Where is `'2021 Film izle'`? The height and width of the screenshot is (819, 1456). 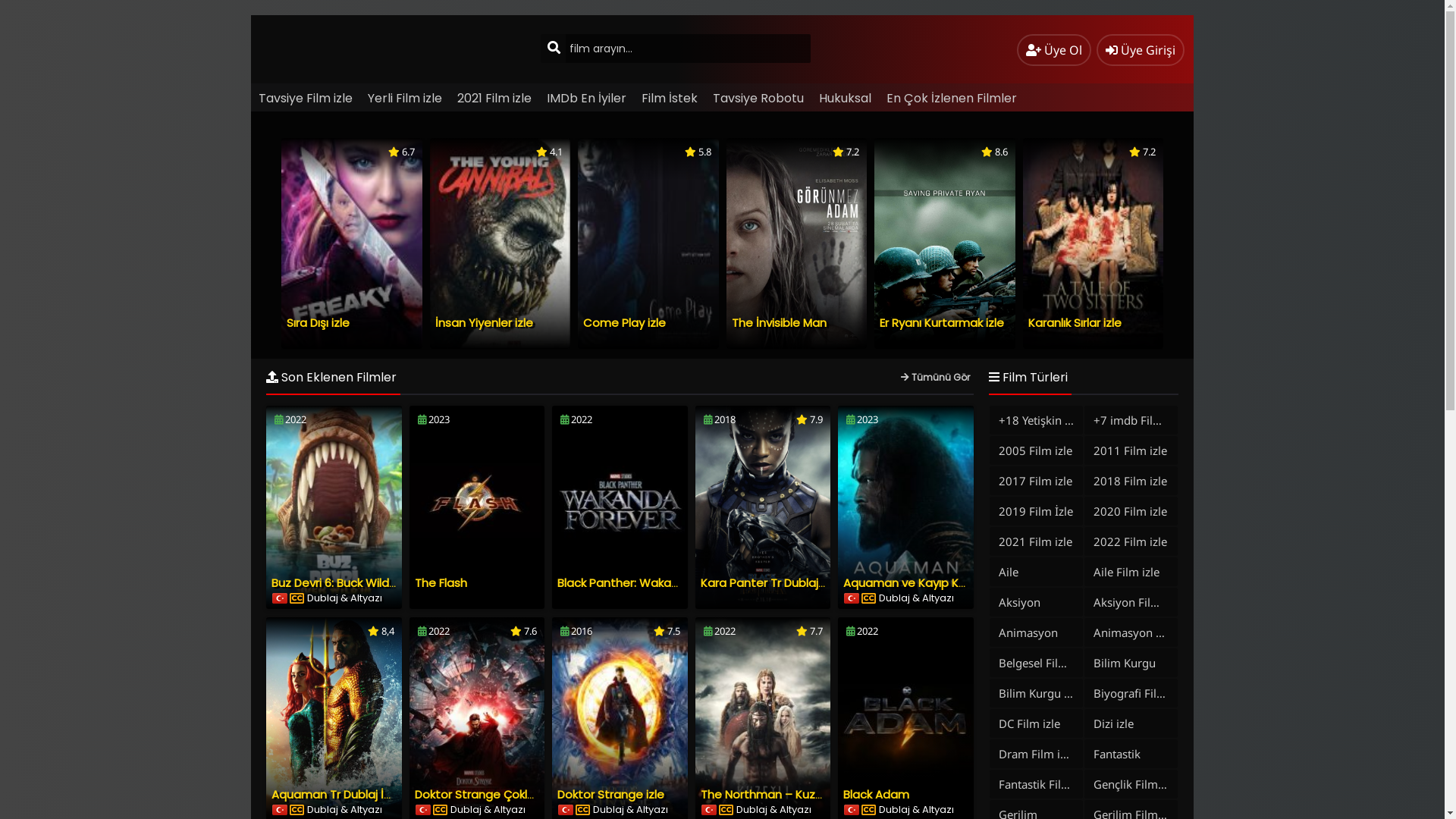
'2021 Film izle' is located at coordinates (494, 98).